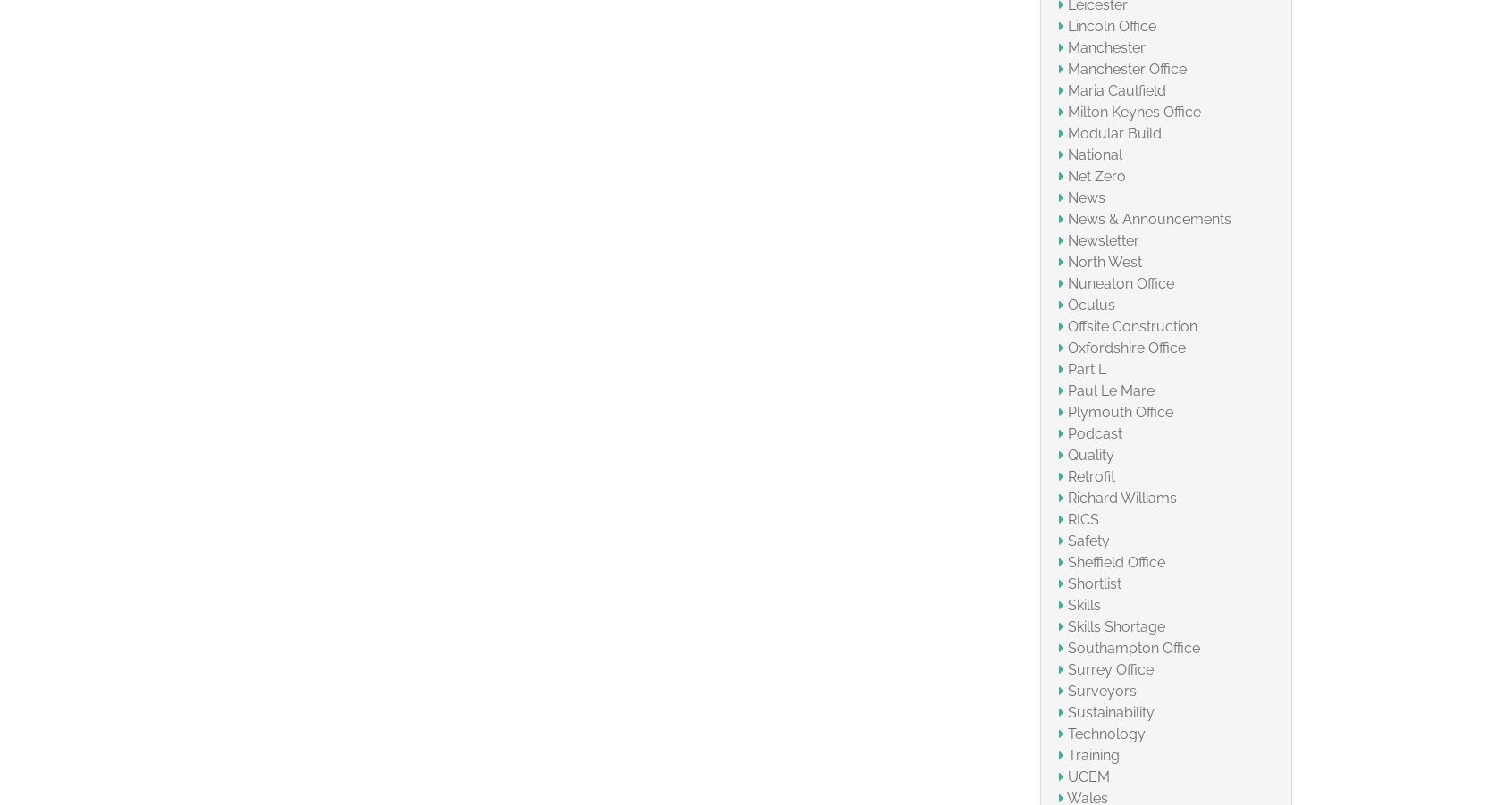 The width and height of the screenshot is (1512, 805). I want to click on 'Retrofit', so click(1090, 475).